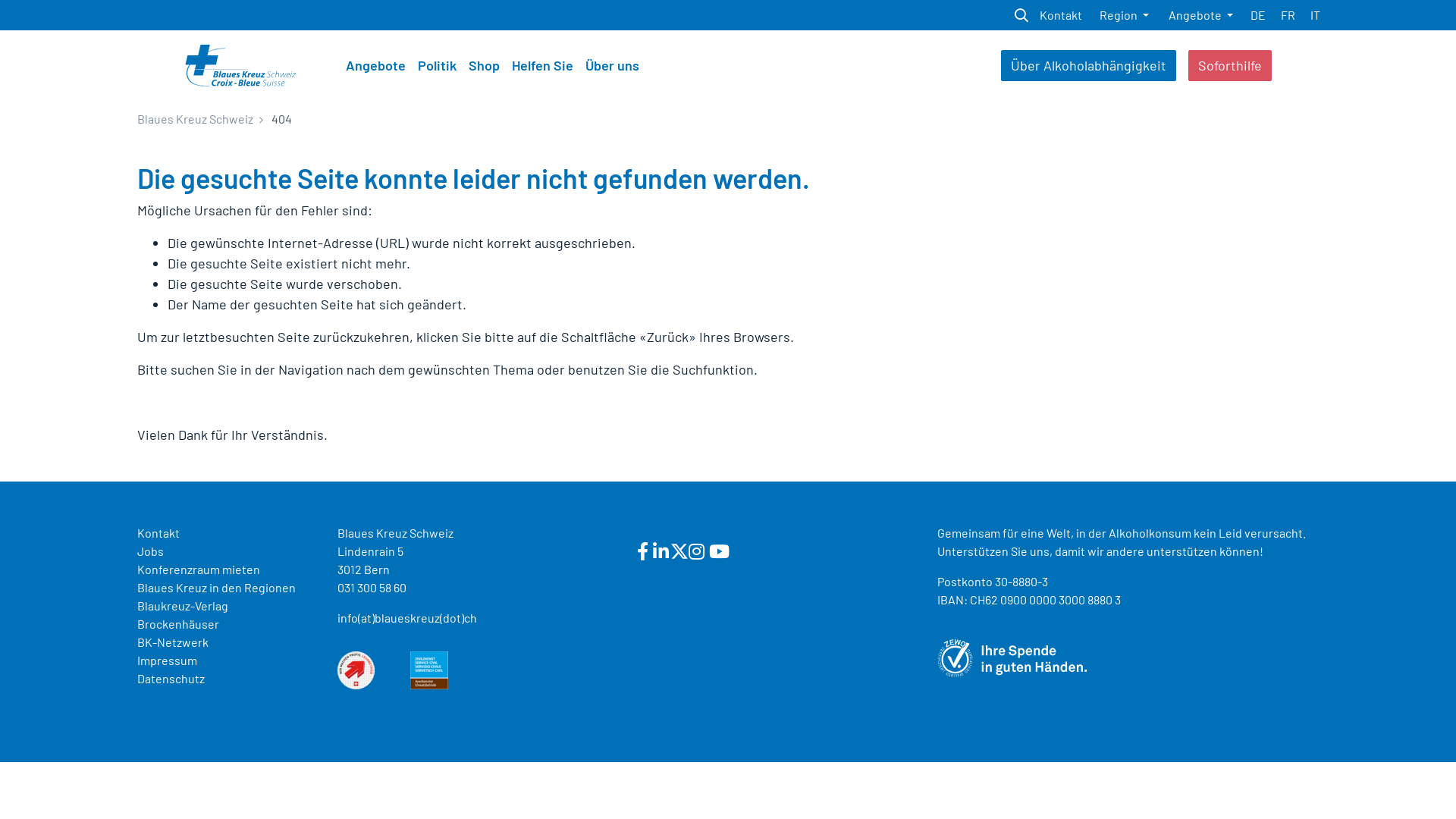 Image resolution: width=1456 pixels, height=819 pixels. Describe the element at coordinates (337, 586) in the screenshot. I see `'031 300 58 60'` at that location.